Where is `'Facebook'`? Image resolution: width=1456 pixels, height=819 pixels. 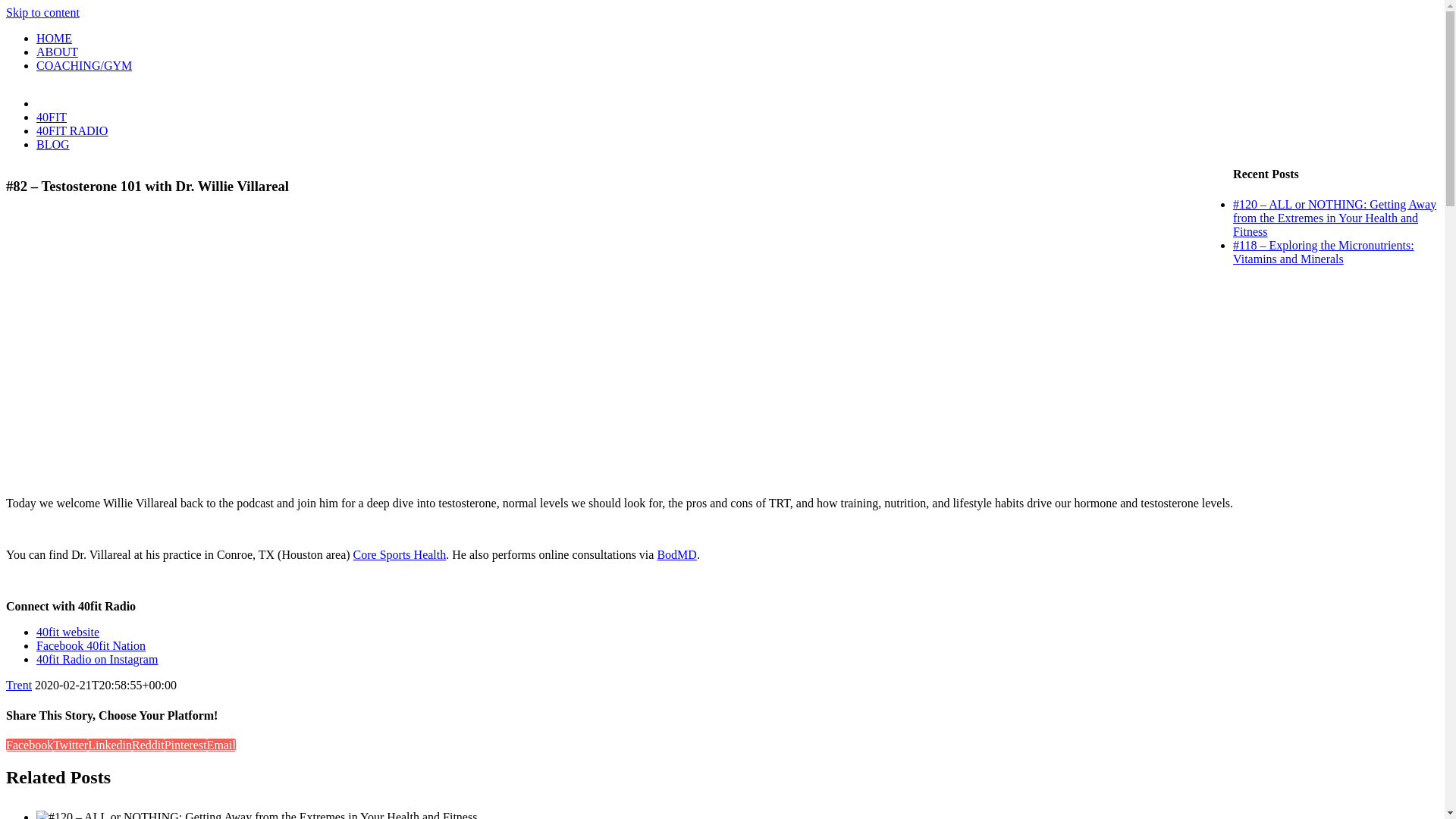 'Facebook' is located at coordinates (29, 744).